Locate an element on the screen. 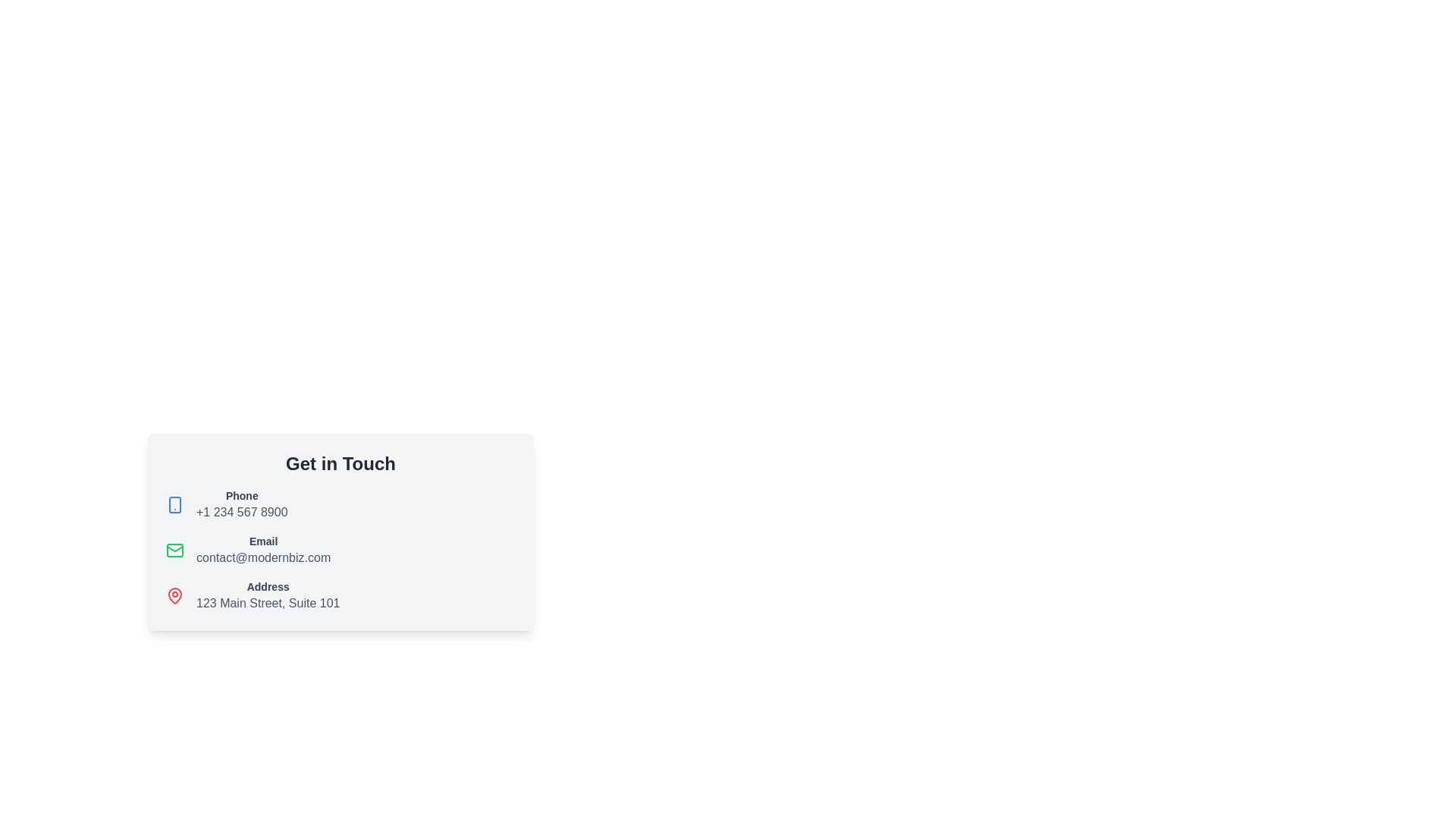 This screenshot has width=1456, height=819. the email address within the 'Get in Touch' informational card is located at coordinates (340, 549).